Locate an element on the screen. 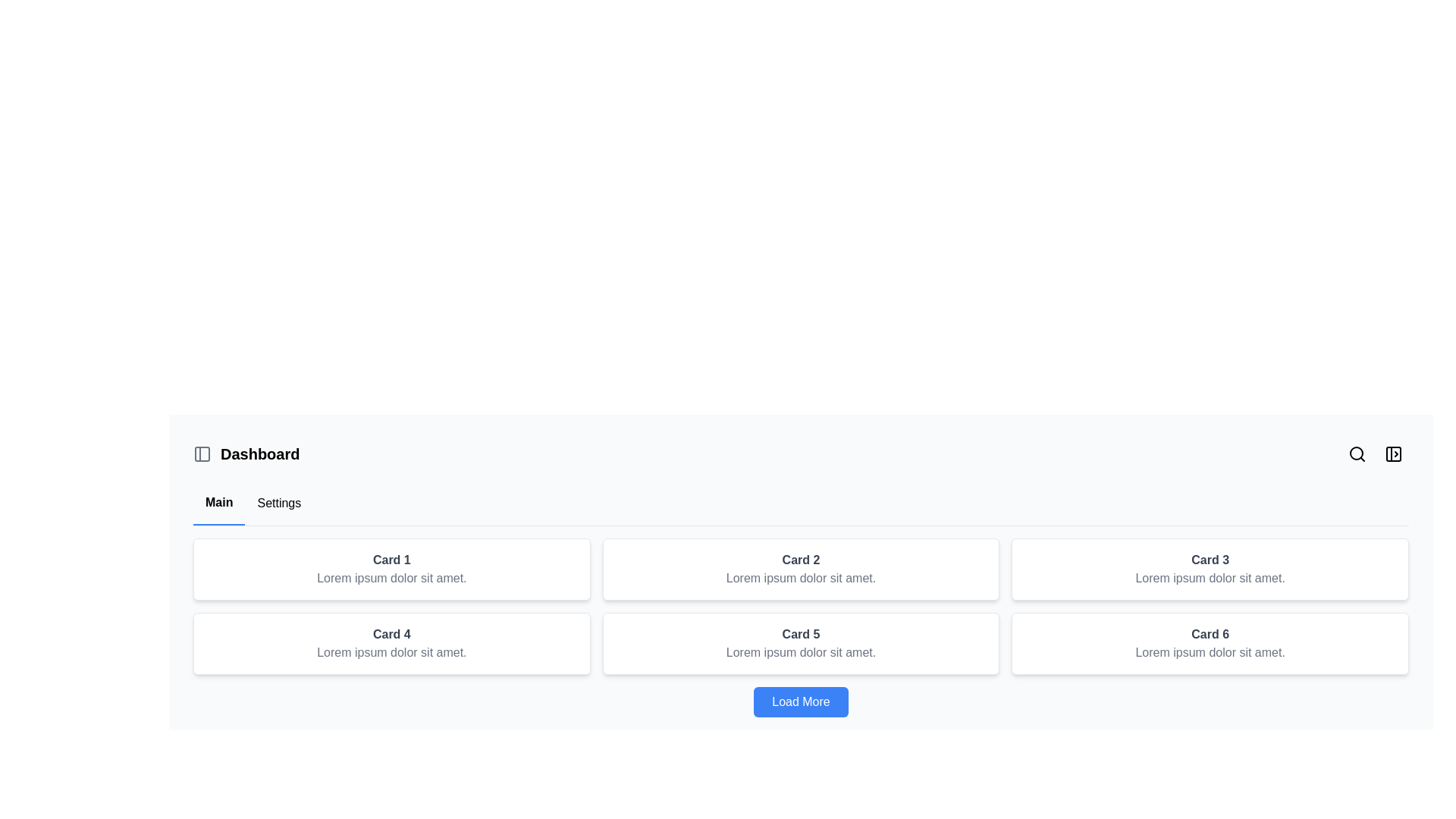 This screenshot has height=819, width=1456. the Text label displaying 'Lorem ipsum dolor sit amet.' located inside 'Card 5' in the third row and first column of the grid layout is located at coordinates (800, 651).